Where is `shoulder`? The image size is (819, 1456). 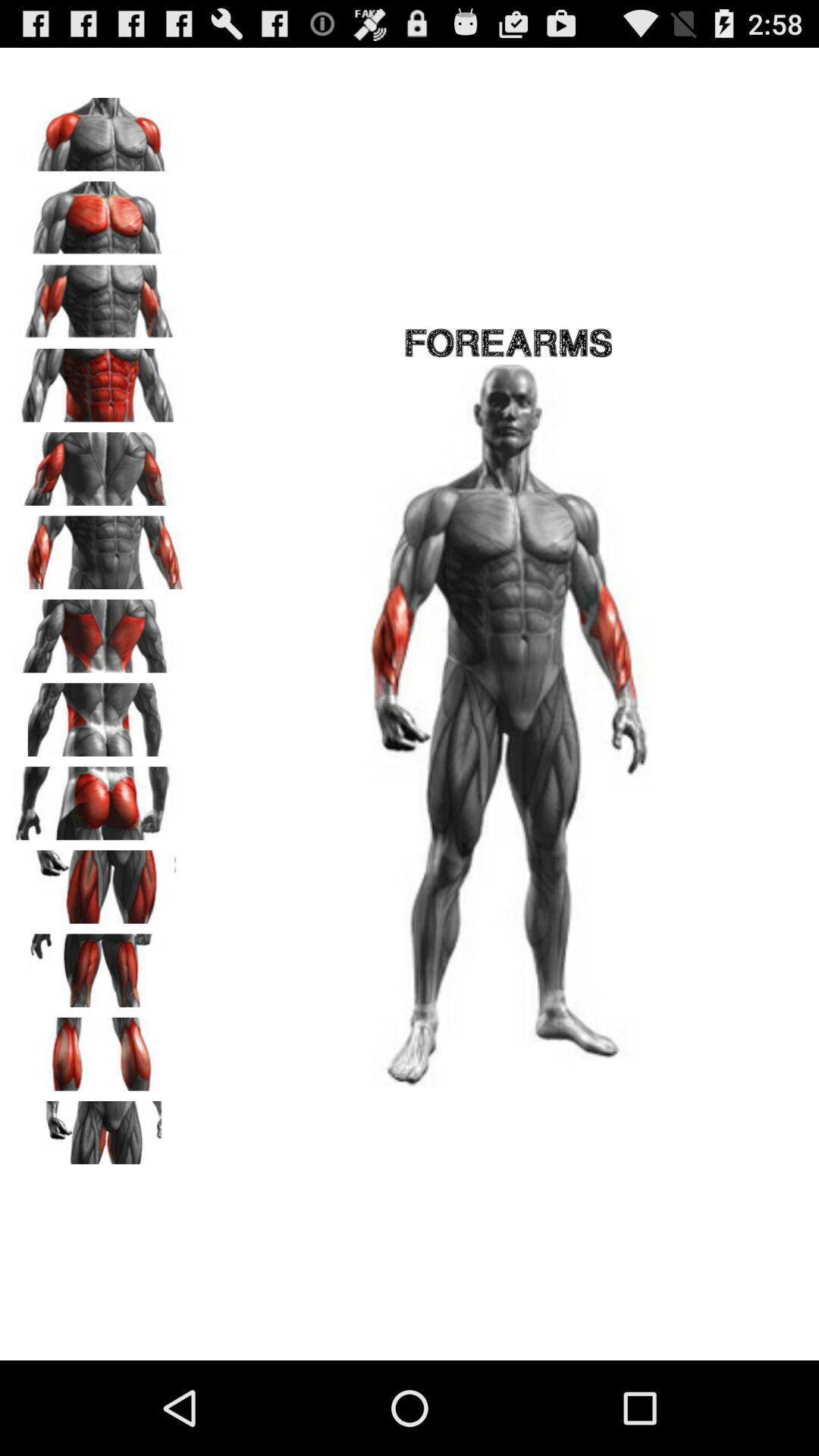 shoulder is located at coordinates (99, 129).